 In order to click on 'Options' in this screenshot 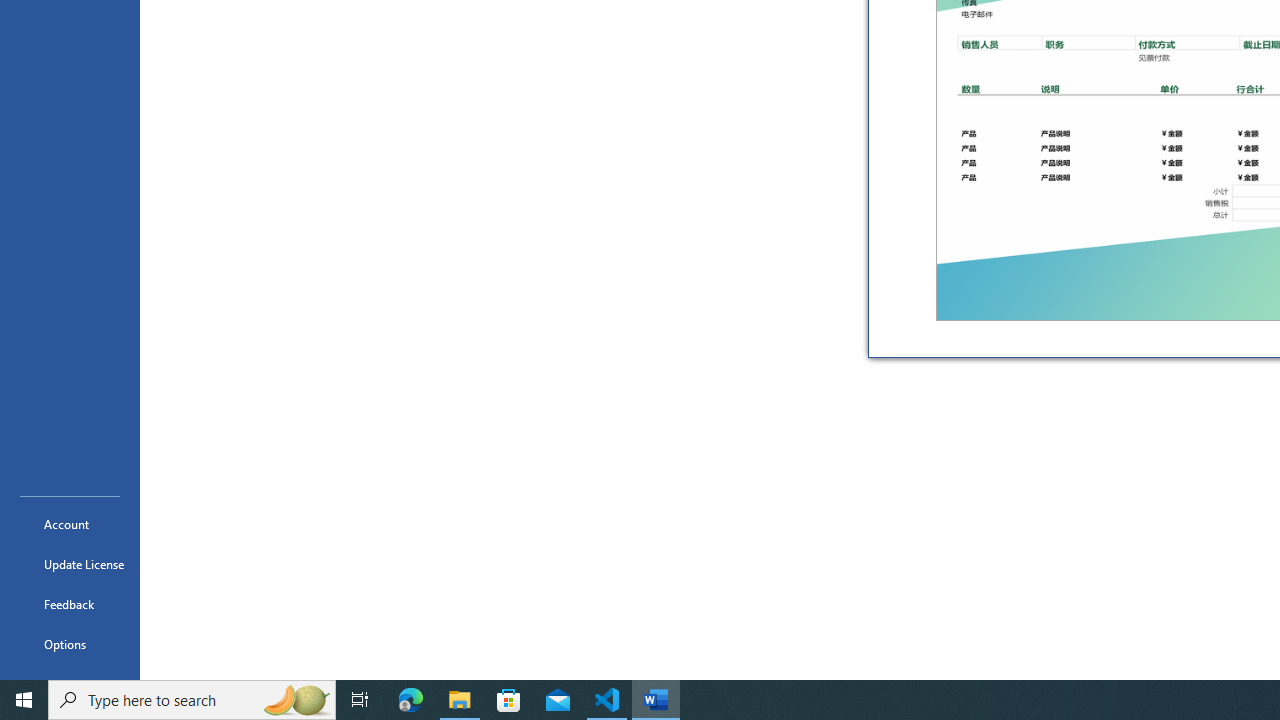, I will do `click(69, 644)`.